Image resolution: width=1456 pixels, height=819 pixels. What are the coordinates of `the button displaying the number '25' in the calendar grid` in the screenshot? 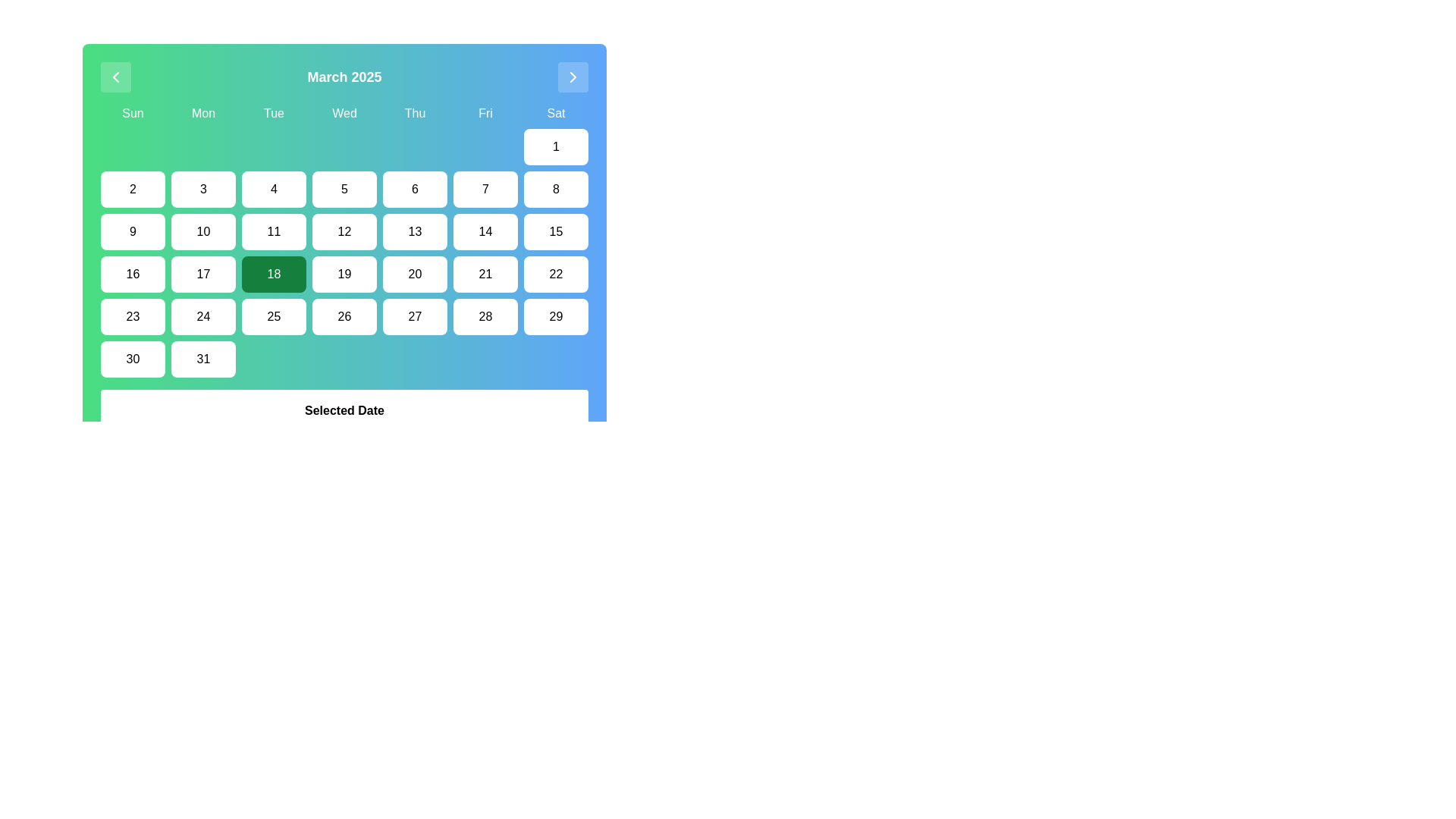 It's located at (274, 315).